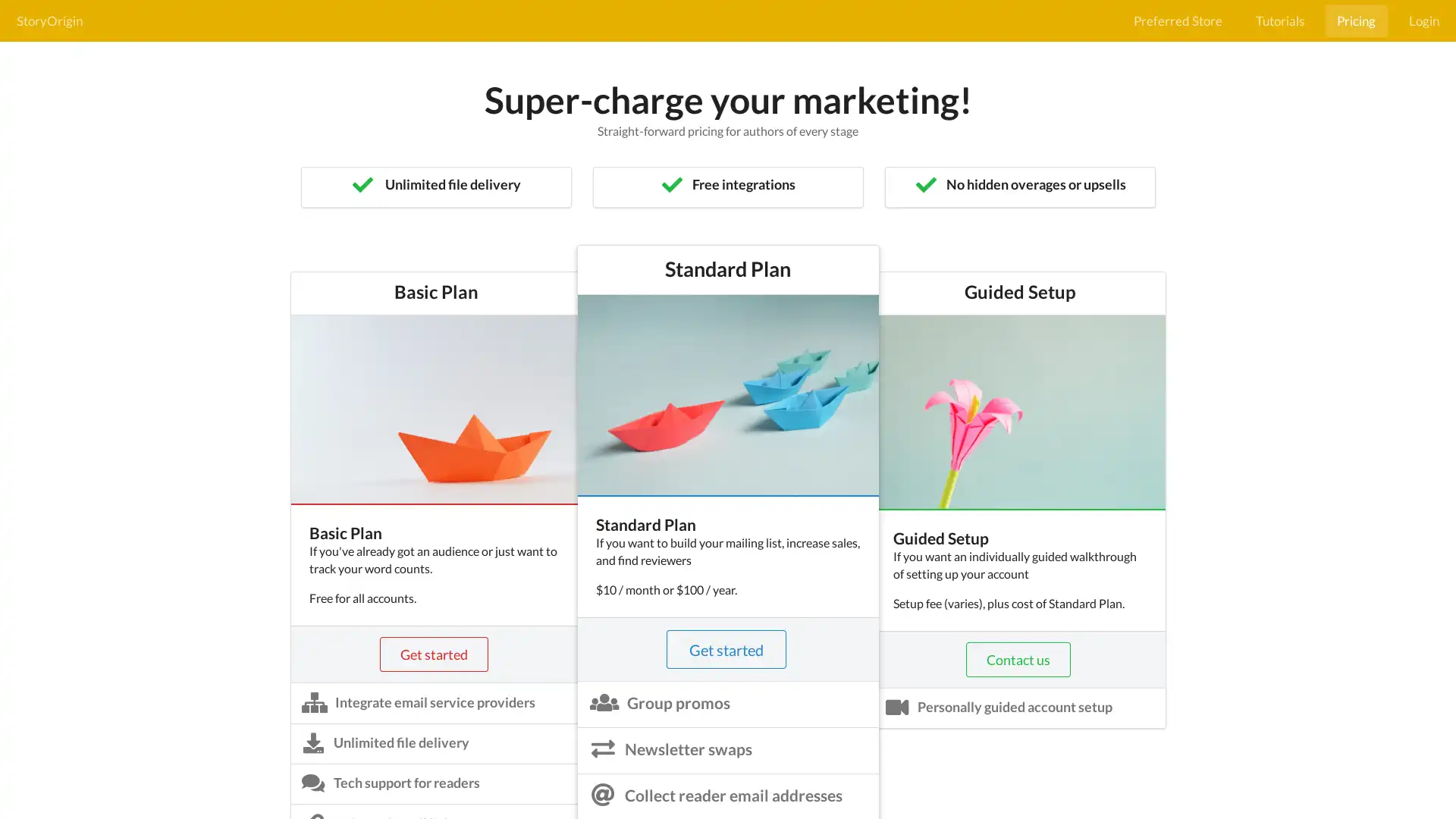  I want to click on Get started, so click(724, 648).